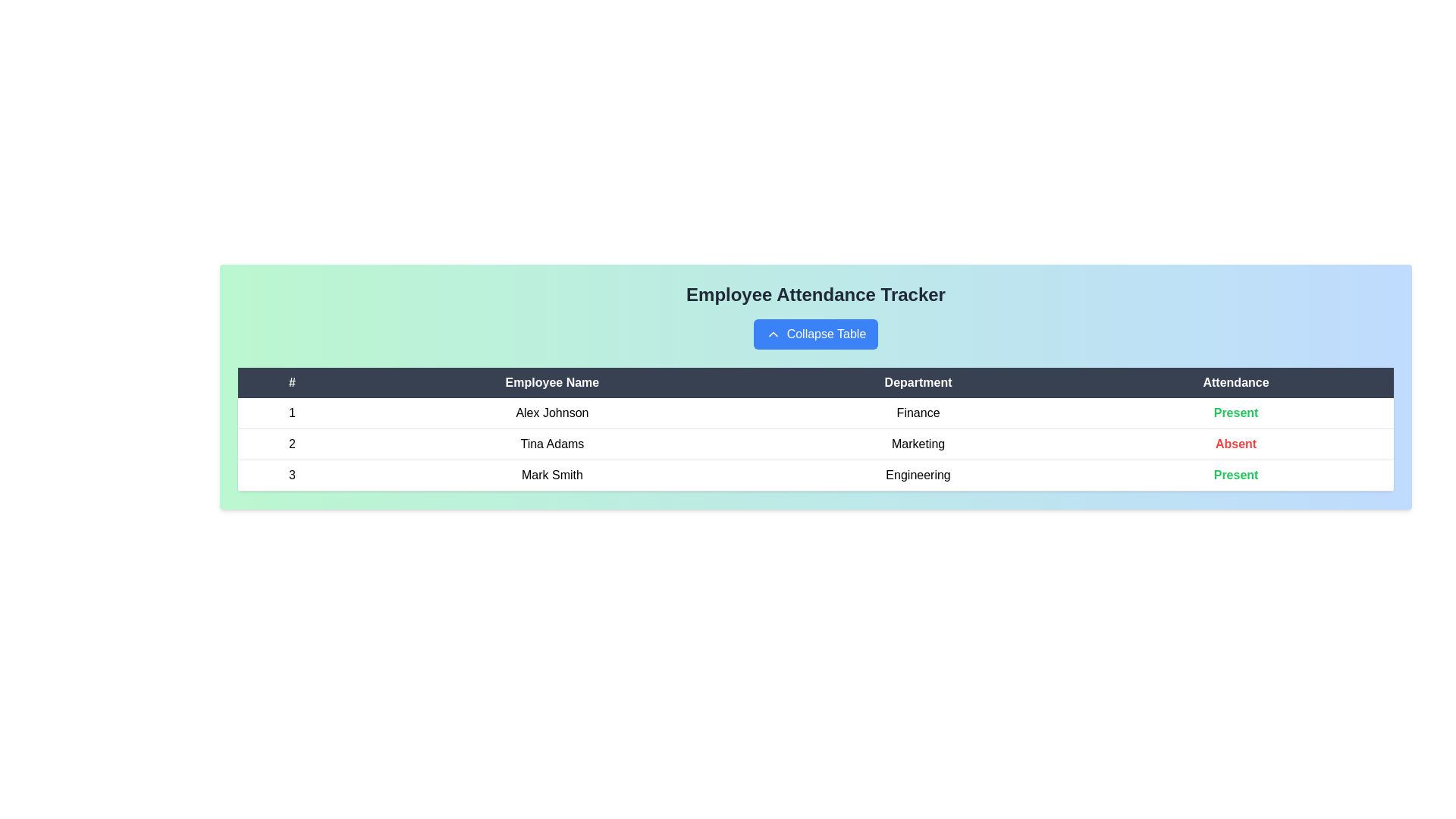  I want to click on the 'Collapse Table' button to toggle the table's visibility, so click(814, 333).